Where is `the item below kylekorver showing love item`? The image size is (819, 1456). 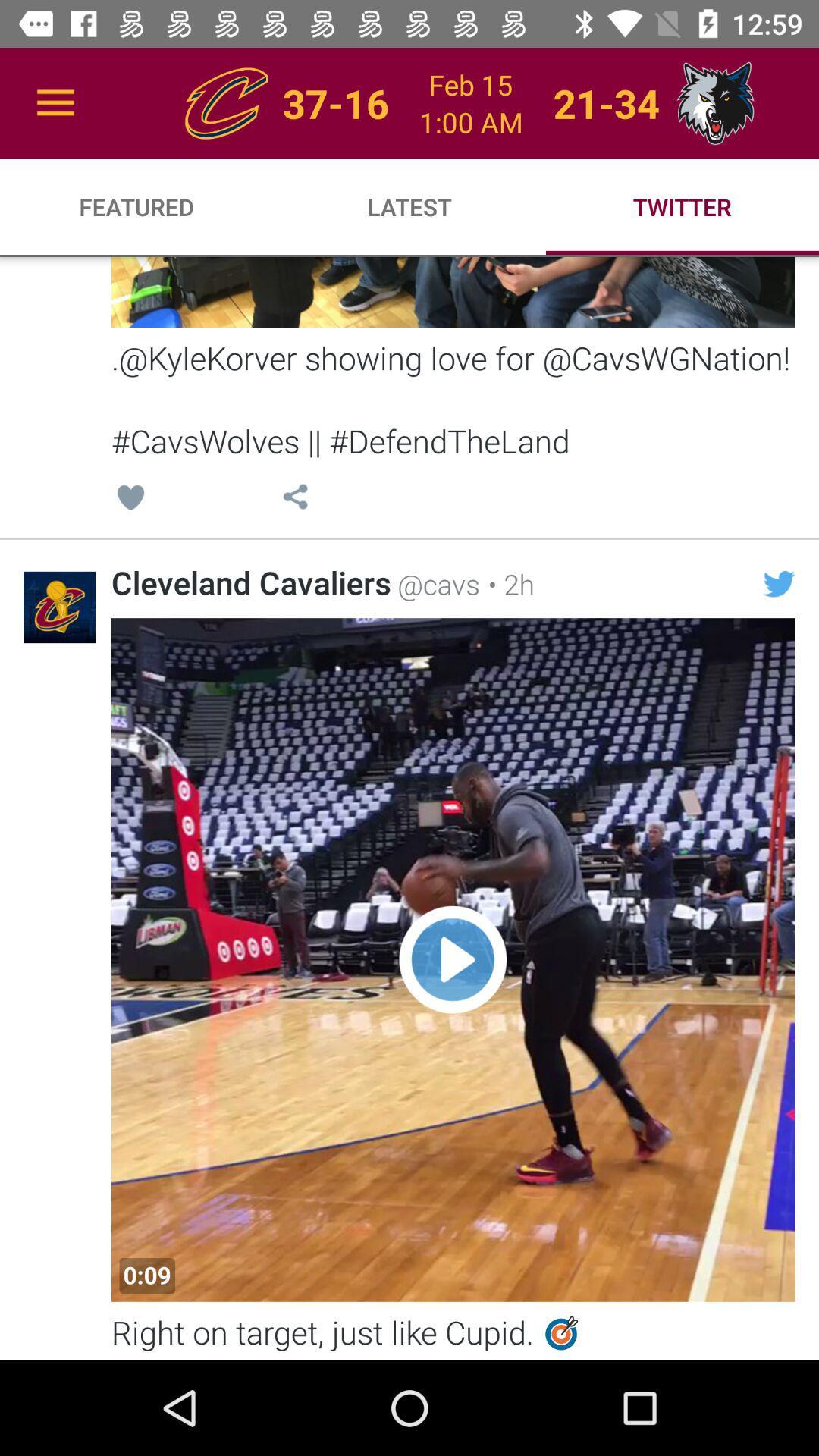
the item below kylekorver showing love item is located at coordinates (130, 500).